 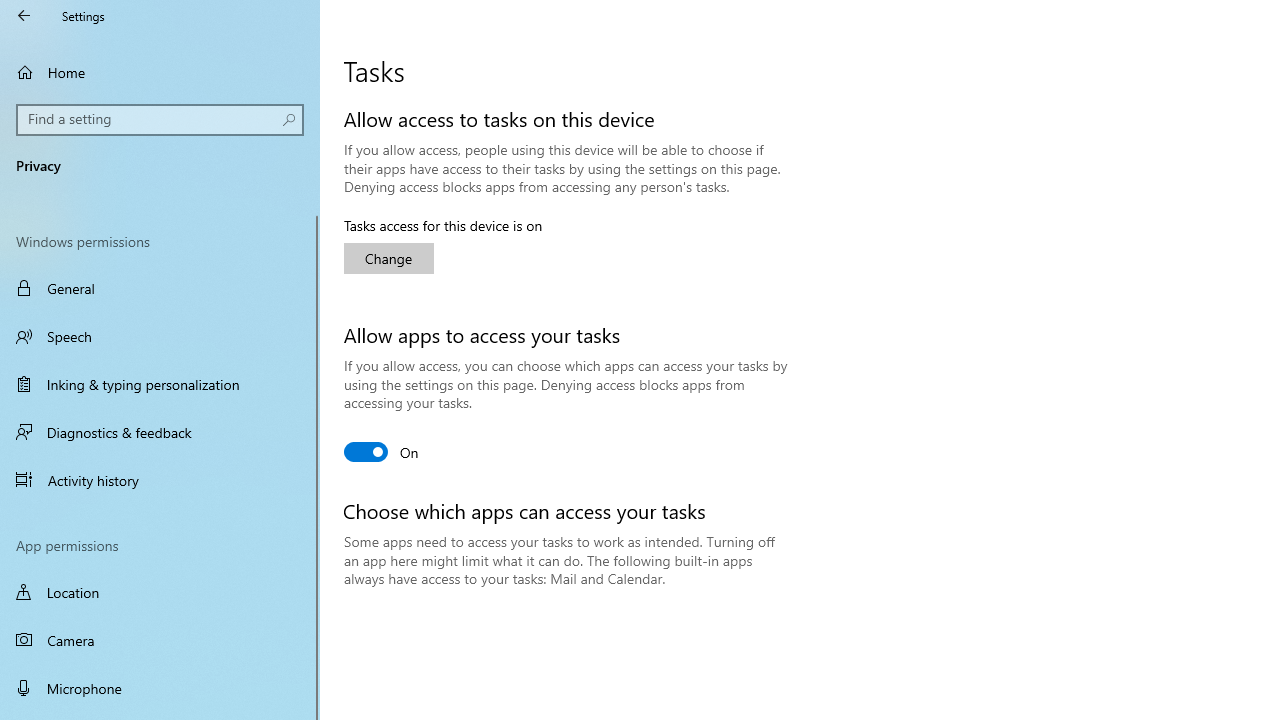 What do you see at coordinates (160, 334) in the screenshot?
I see `'Speech'` at bounding box center [160, 334].